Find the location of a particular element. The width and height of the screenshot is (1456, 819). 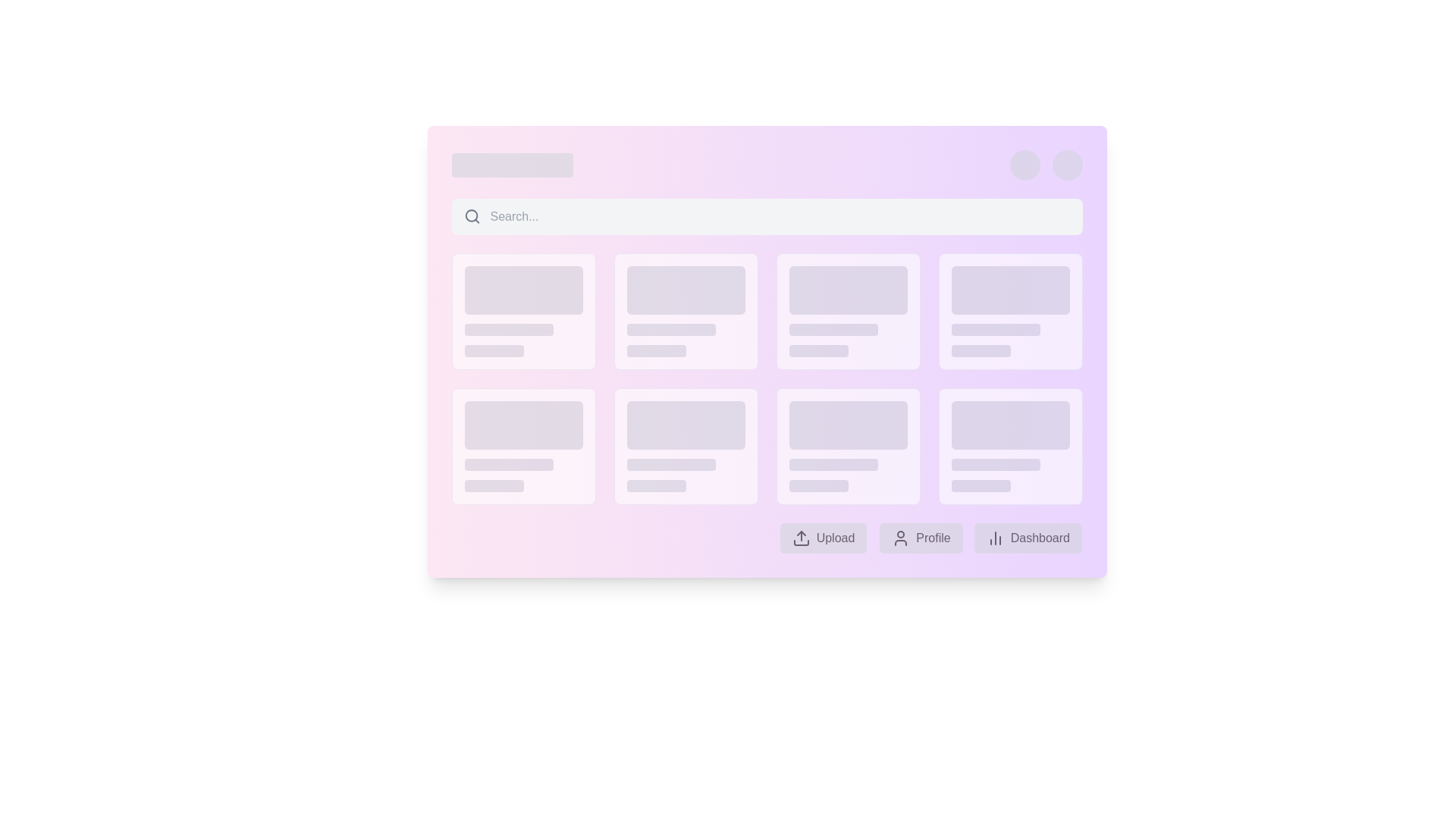

the Loading placeholder card located in the second column of the first row, which acts as a placeholder during loading sequences is located at coordinates (523, 311).